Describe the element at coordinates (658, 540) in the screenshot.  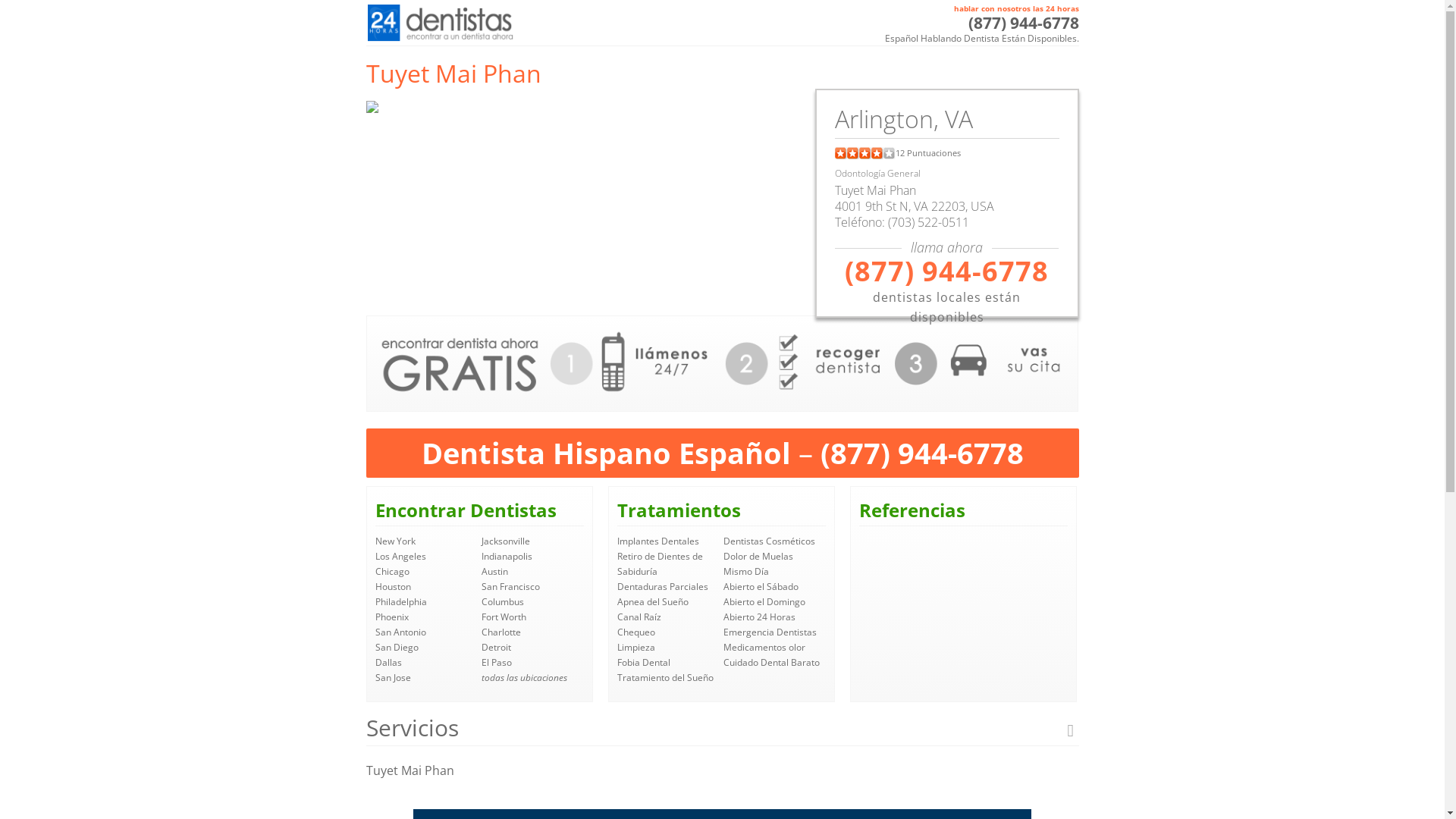
I see `'Implantes Dentales'` at that location.